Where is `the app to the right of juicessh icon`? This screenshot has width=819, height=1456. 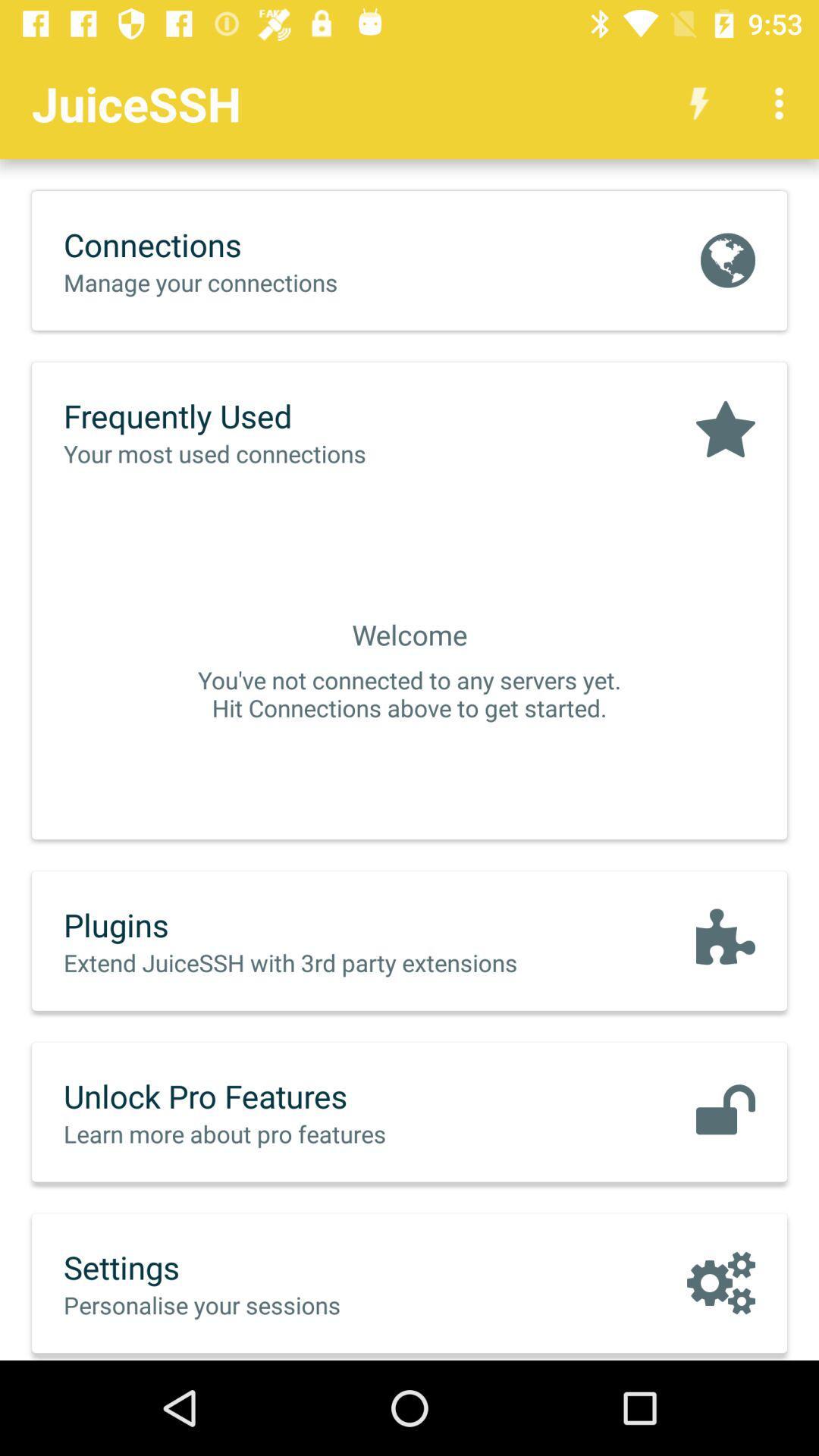 the app to the right of juicessh icon is located at coordinates (699, 102).